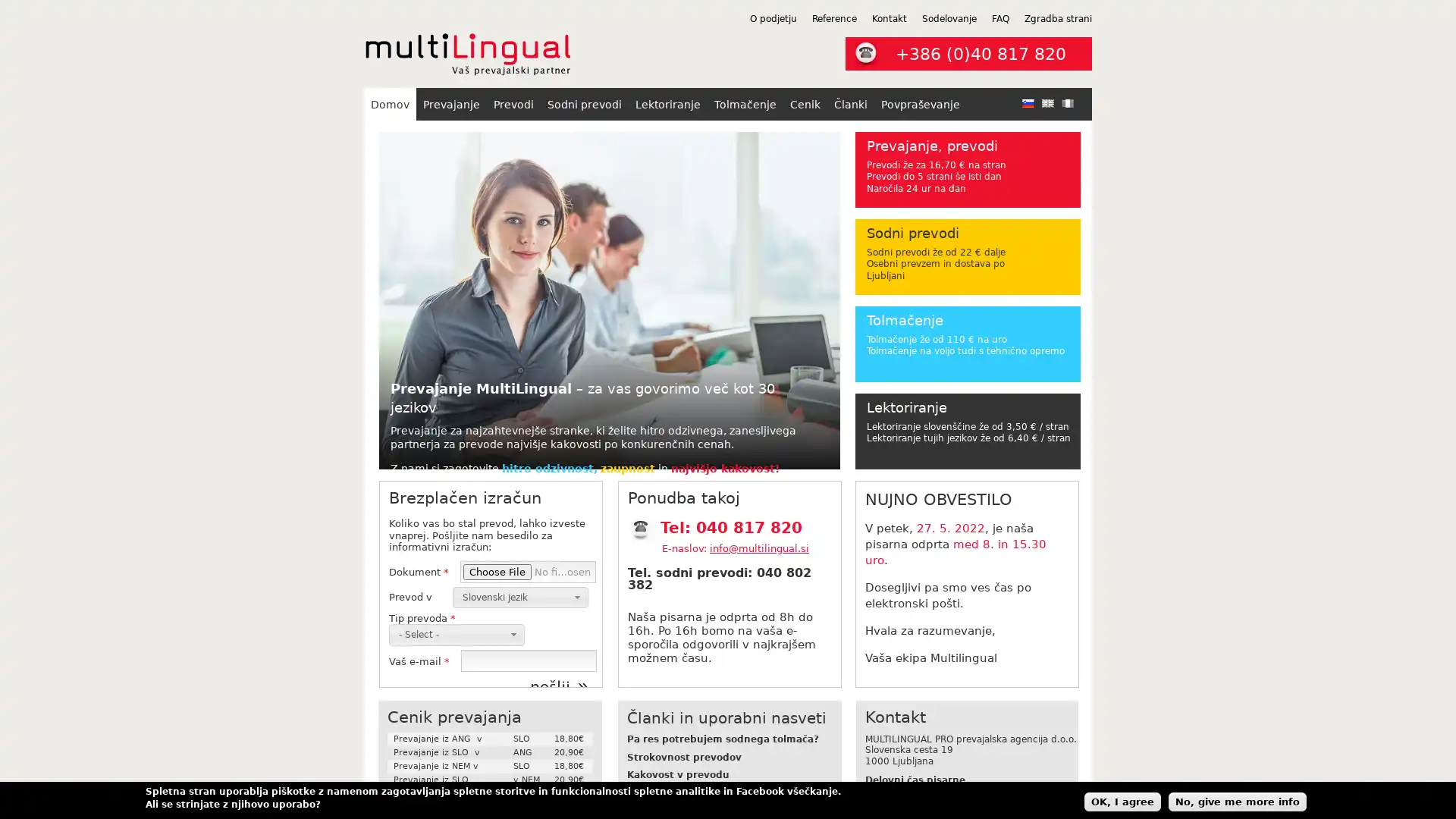 The width and height of the screenshot is (1456, 819). I want to click on Choose File, so click(497, 571).